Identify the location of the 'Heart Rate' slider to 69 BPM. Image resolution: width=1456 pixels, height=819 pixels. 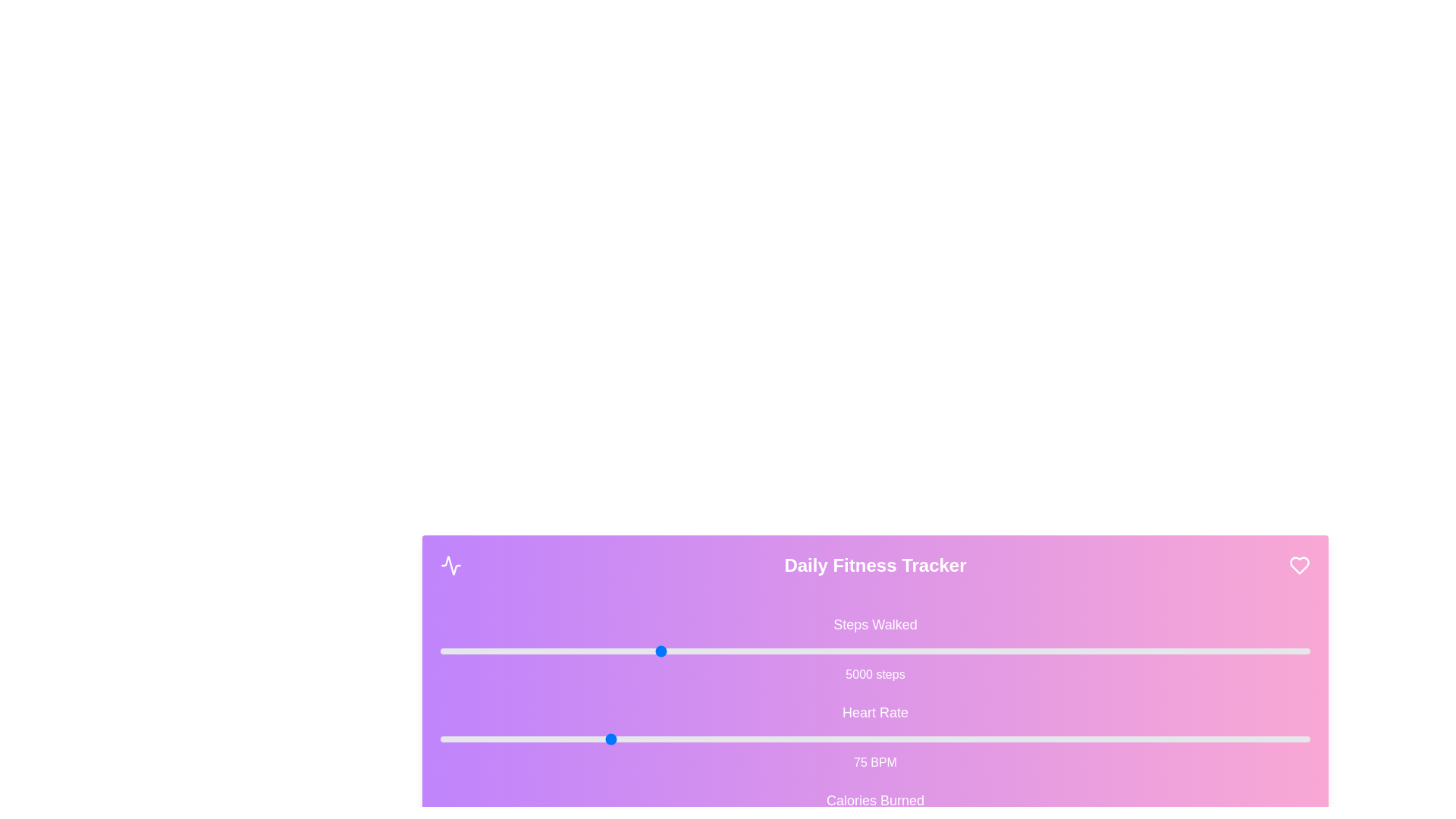
(566, 739).